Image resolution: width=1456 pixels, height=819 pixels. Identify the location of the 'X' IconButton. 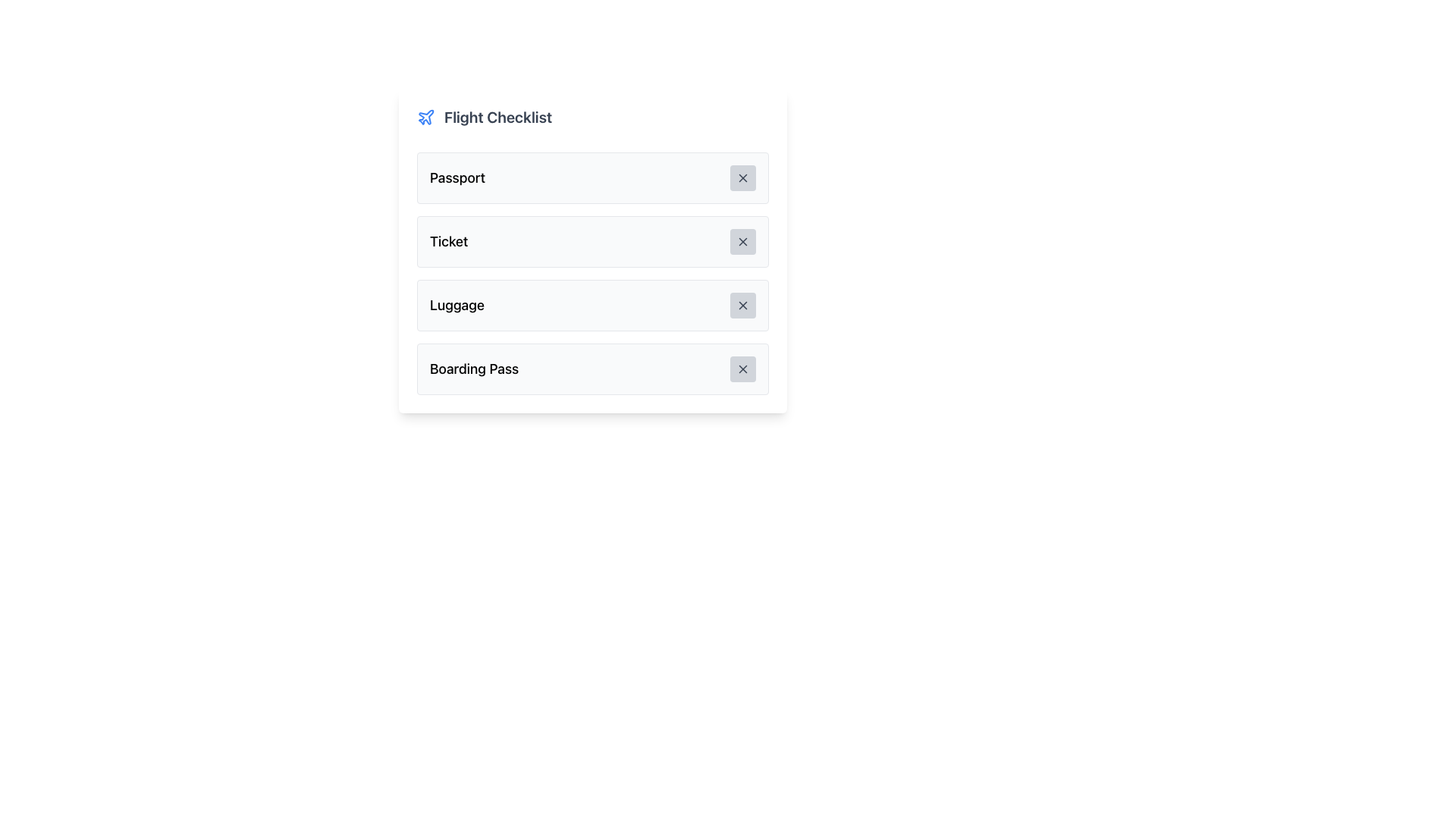
(742, 305).